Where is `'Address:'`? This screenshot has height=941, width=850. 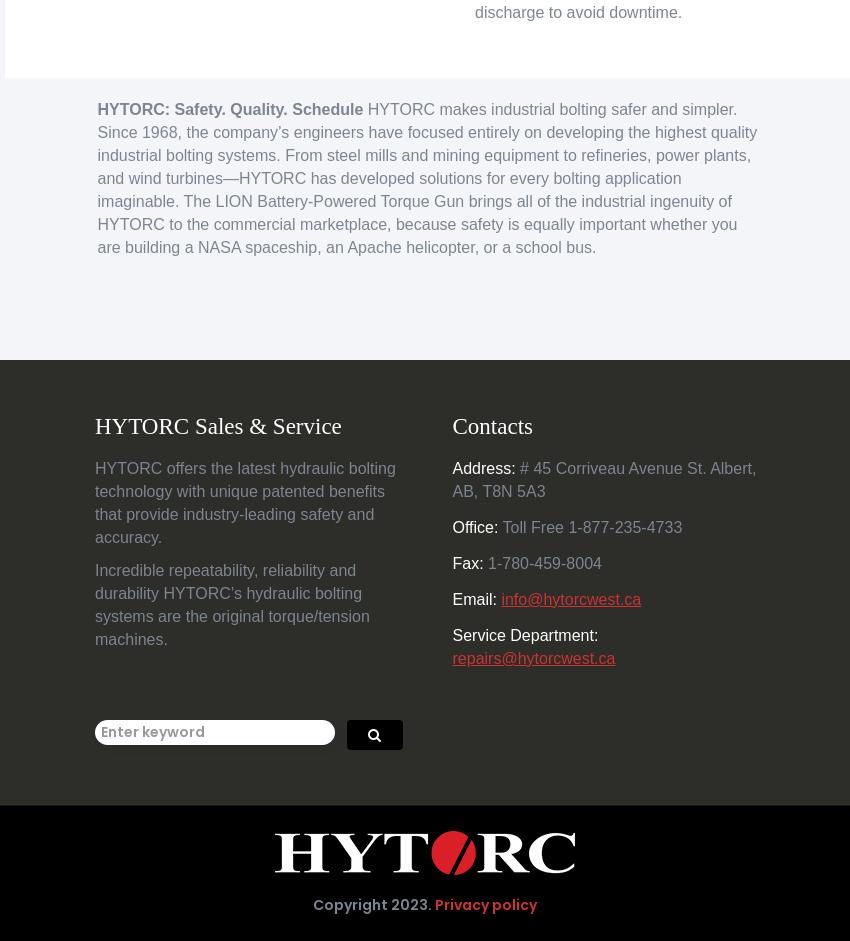
'Address:' is located at coordinates (483, 467).